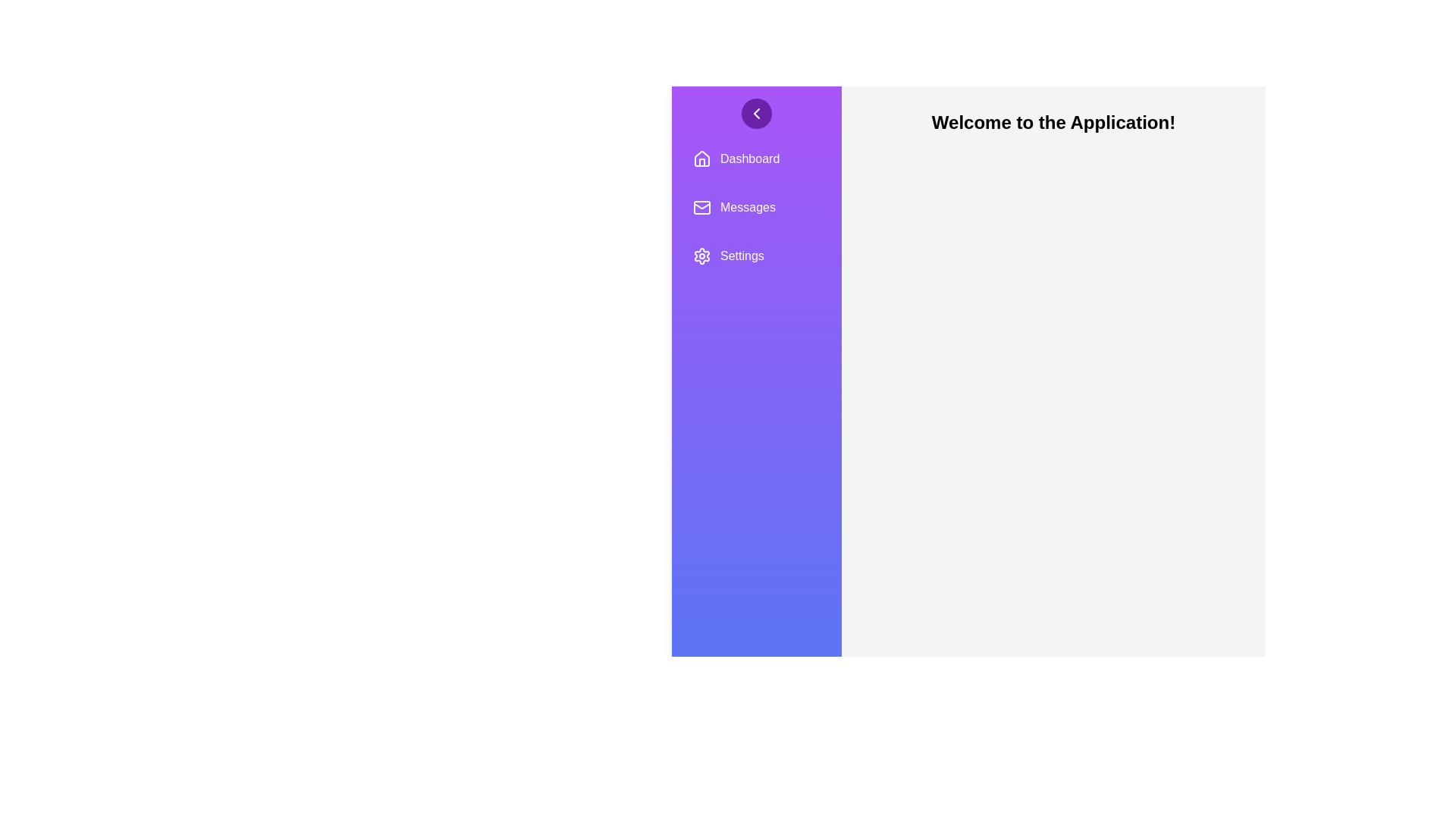 This screenshot has width=1456, height=819. I want to click on the door area of the house icon located in the sidebar menu of the application dashboard, so click(701, 162).